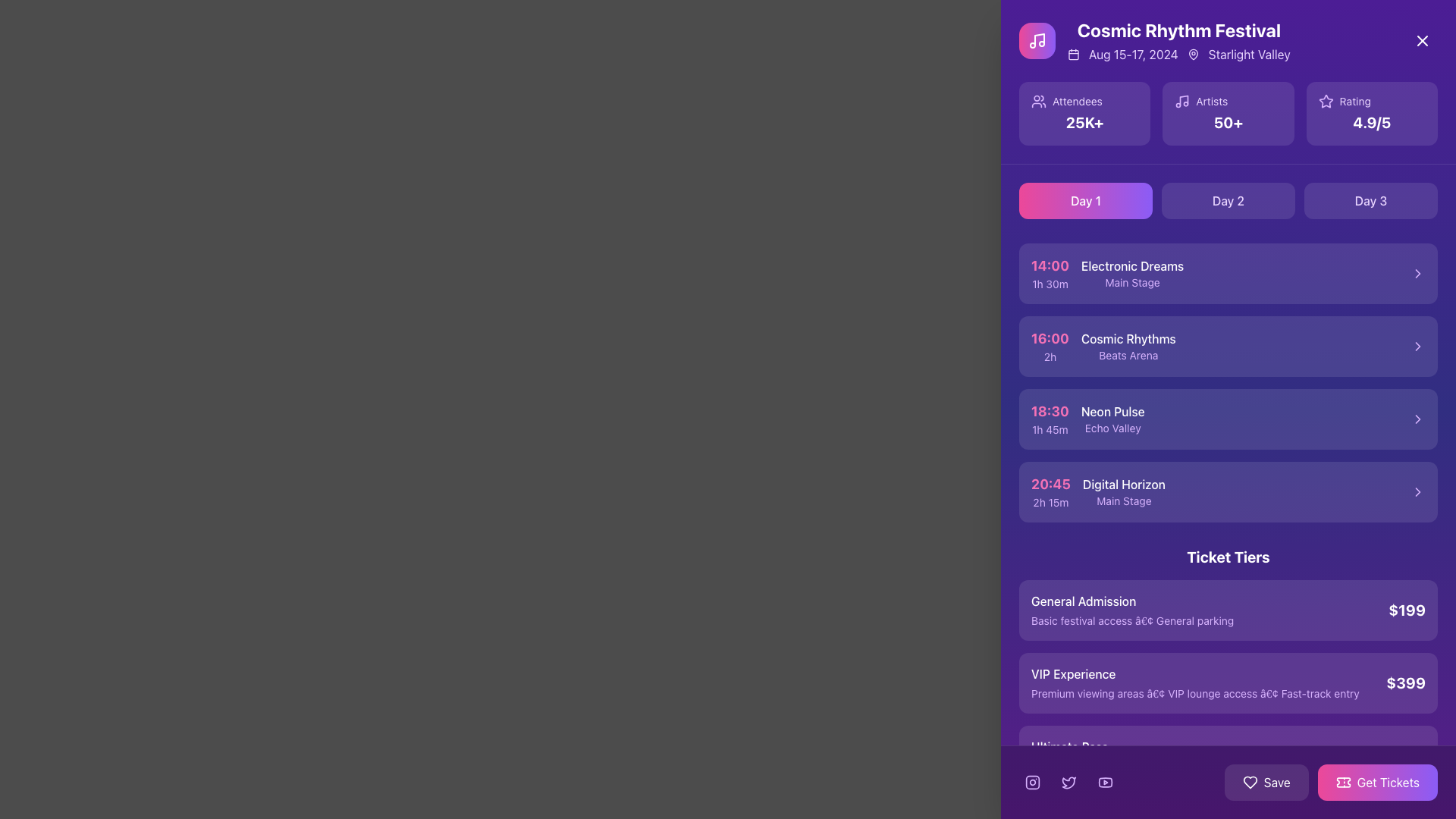 Image resolution: width=1456 pixels, height=819 pixels. I want to click on the text line styled in light purple font that describes features of the VIP Experience package, located beneath the 'VIP Experience' heading and above the price '$399', so click(1194, 693).